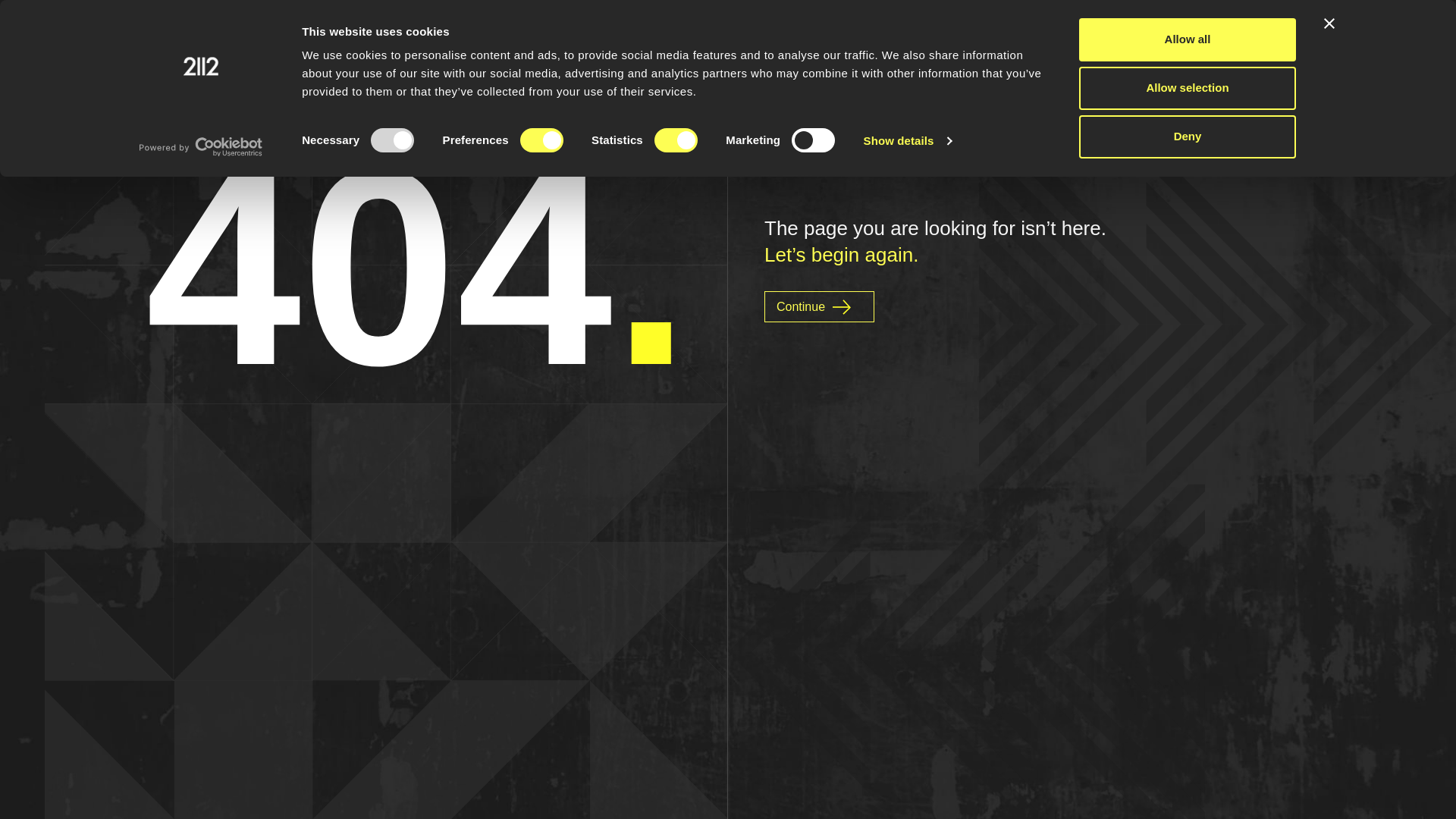  Describe the element at coordinates (1186, 136) in the screenshot. I see `'Deny'` at that location.